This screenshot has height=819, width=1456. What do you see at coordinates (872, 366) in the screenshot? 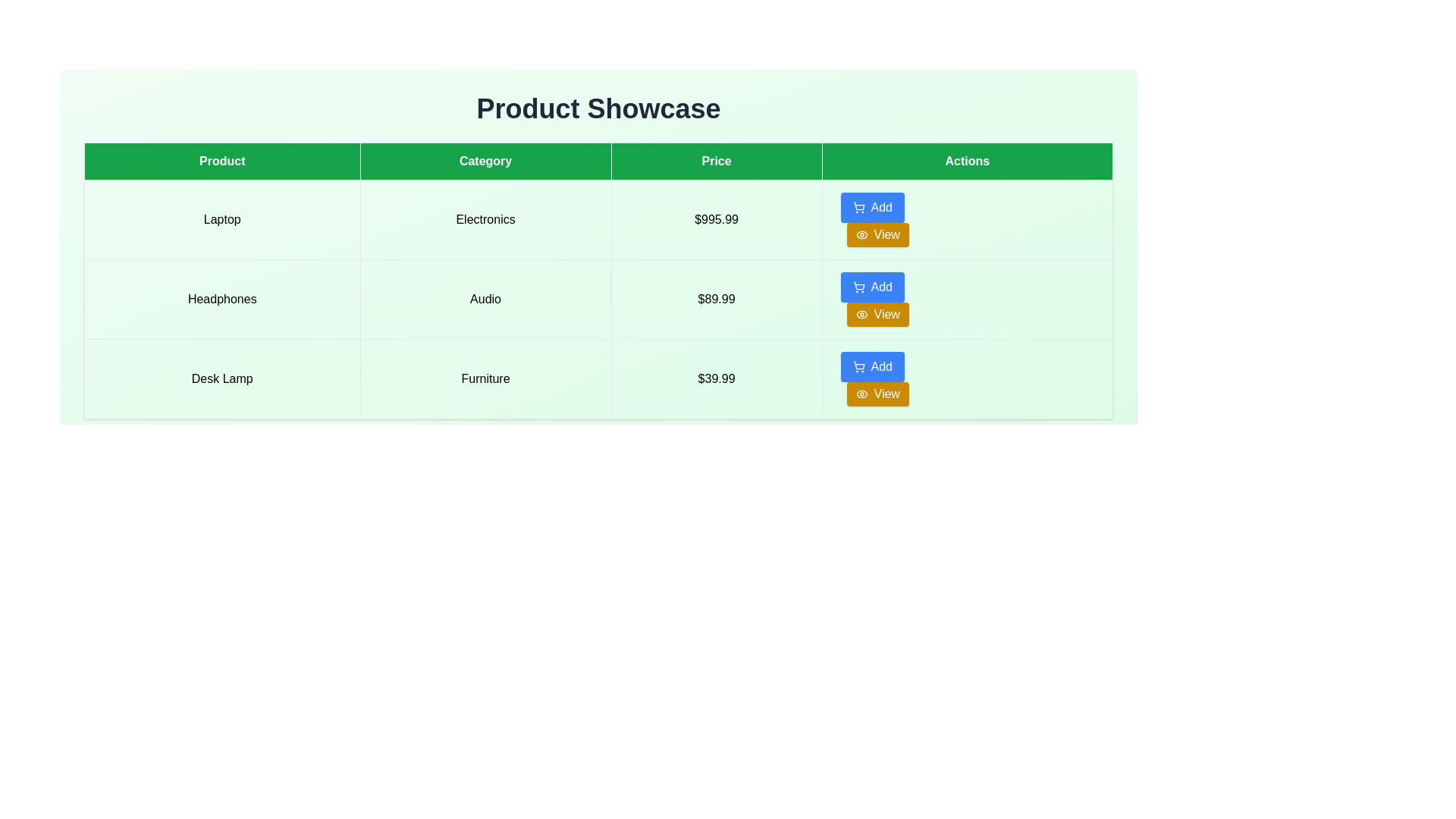
I see `the blue rectangular button labeled 'Add' with a shopping cart icon` at bounding box center [872, 366].